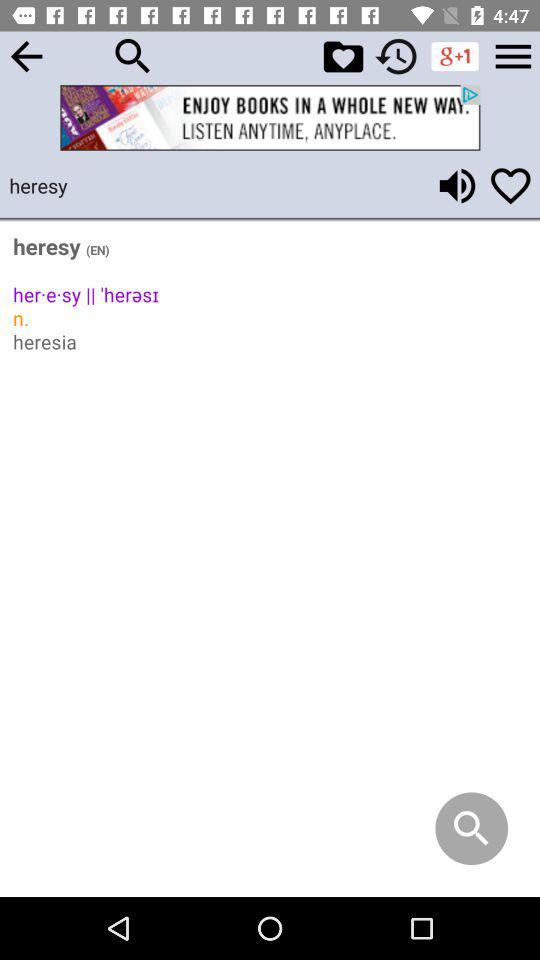 This screenshot has width=540, height=960. What do you see at coordinates (342, 55) in the screenshot?
I see `to favorites` at bounding box center [342, 55].